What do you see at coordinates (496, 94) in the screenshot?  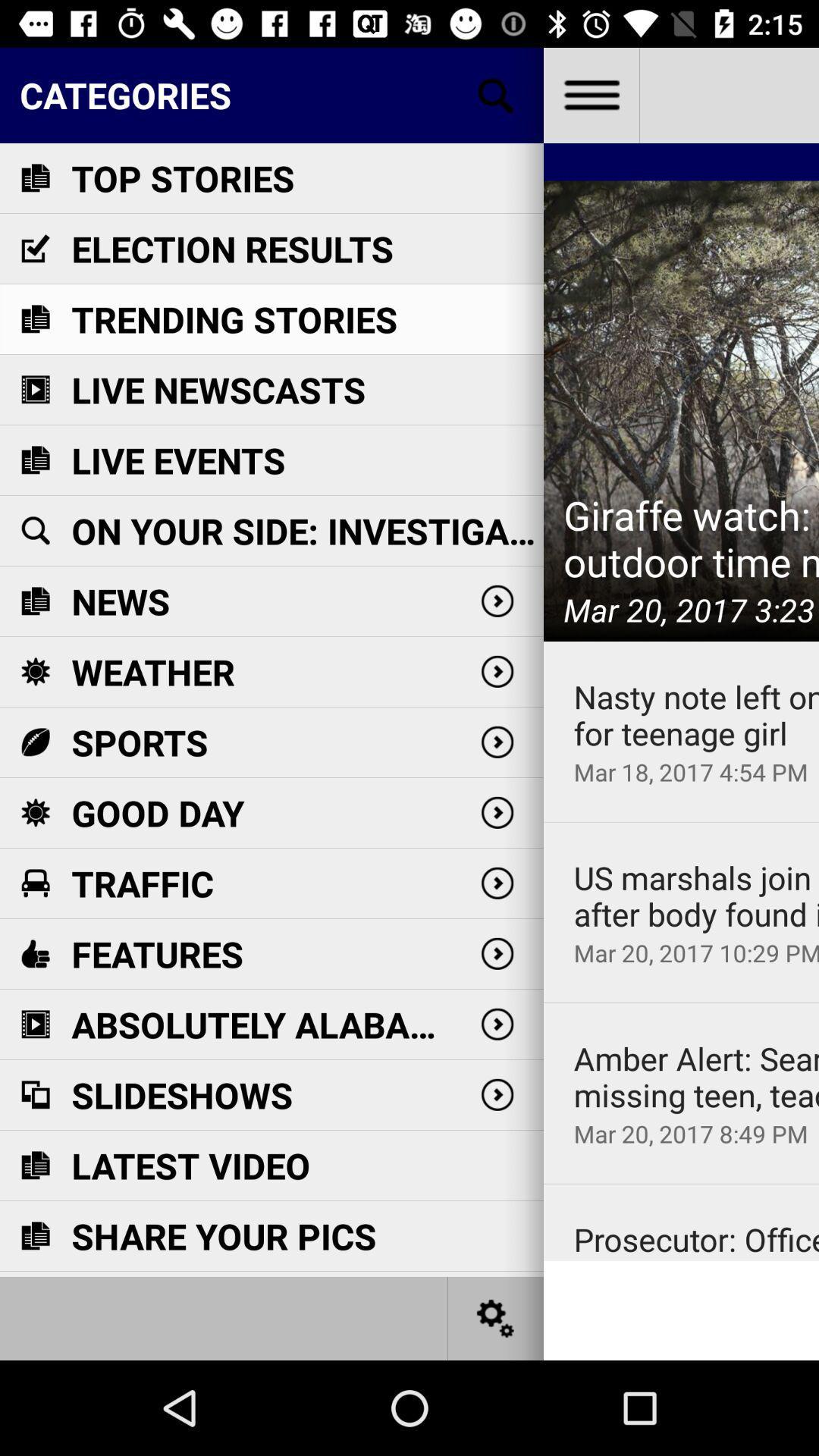 I see `search` at bounding box center [496, 94].